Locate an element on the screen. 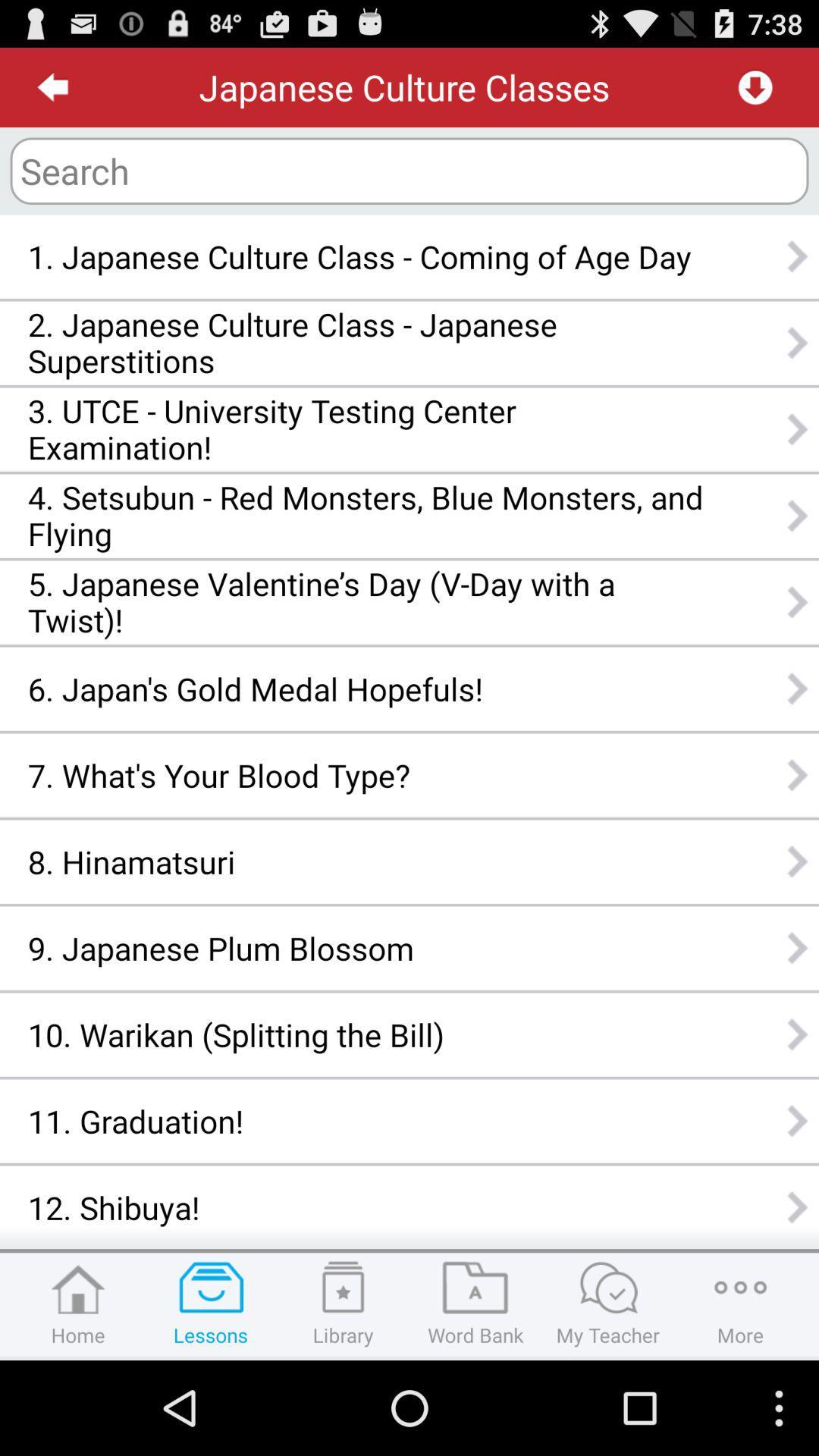 The image size is (819, 1456). the 4 setsubun red is located at coordinates (366, 516).